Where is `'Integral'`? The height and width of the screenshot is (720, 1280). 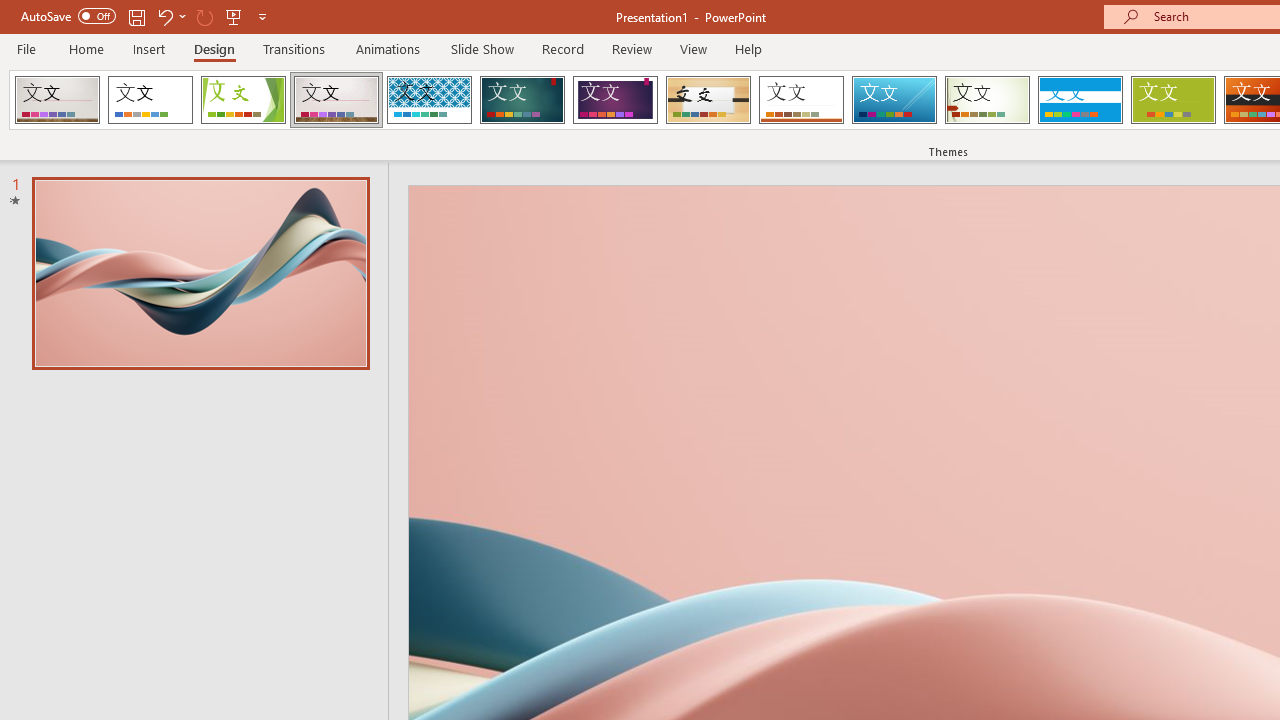
'Integral' is located at coordinates (428, 100).